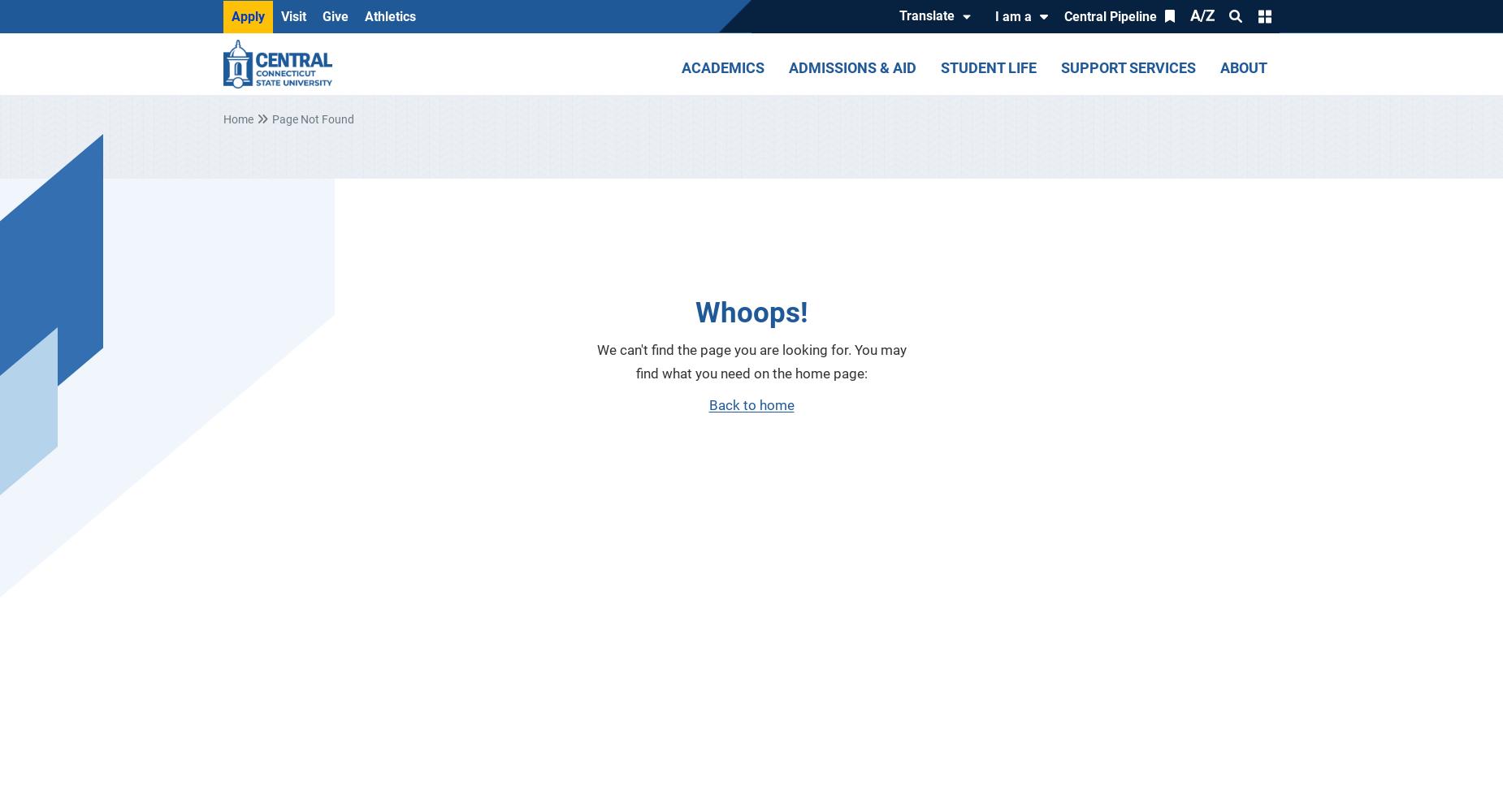 Image resolution: width=1503 pixels, height=812 pixels. What do you see at coordinates (312, 119) in the screenshot?
I see `'Page Not Found'` at bounding box center [312, 119].